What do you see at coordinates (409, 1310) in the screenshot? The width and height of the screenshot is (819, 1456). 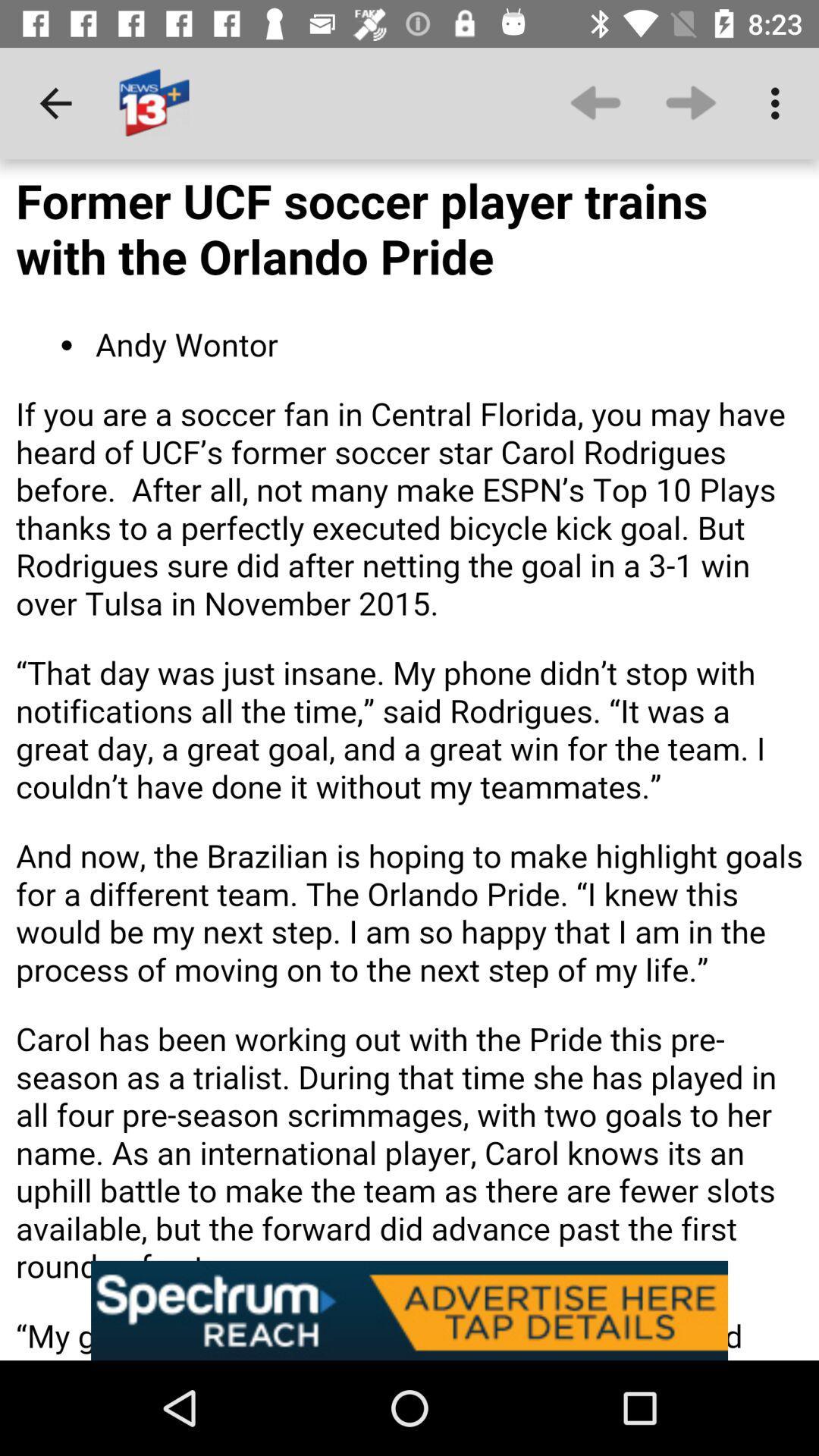 I see `advertising site` at bounding box center [409, 1310].